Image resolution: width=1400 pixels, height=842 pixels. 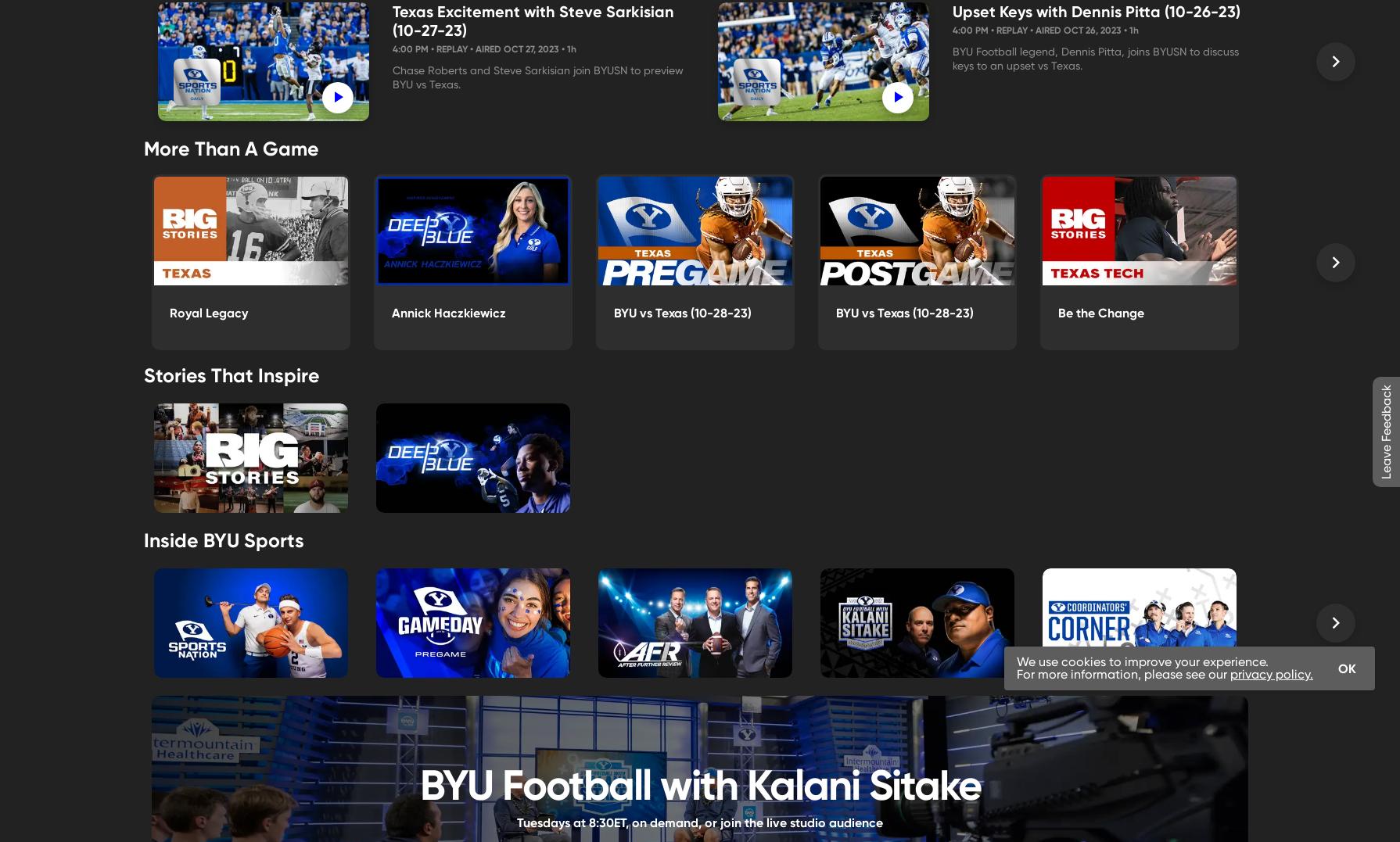 I want to click on 'Inside BYU Sports', so click(x=226, y=539).